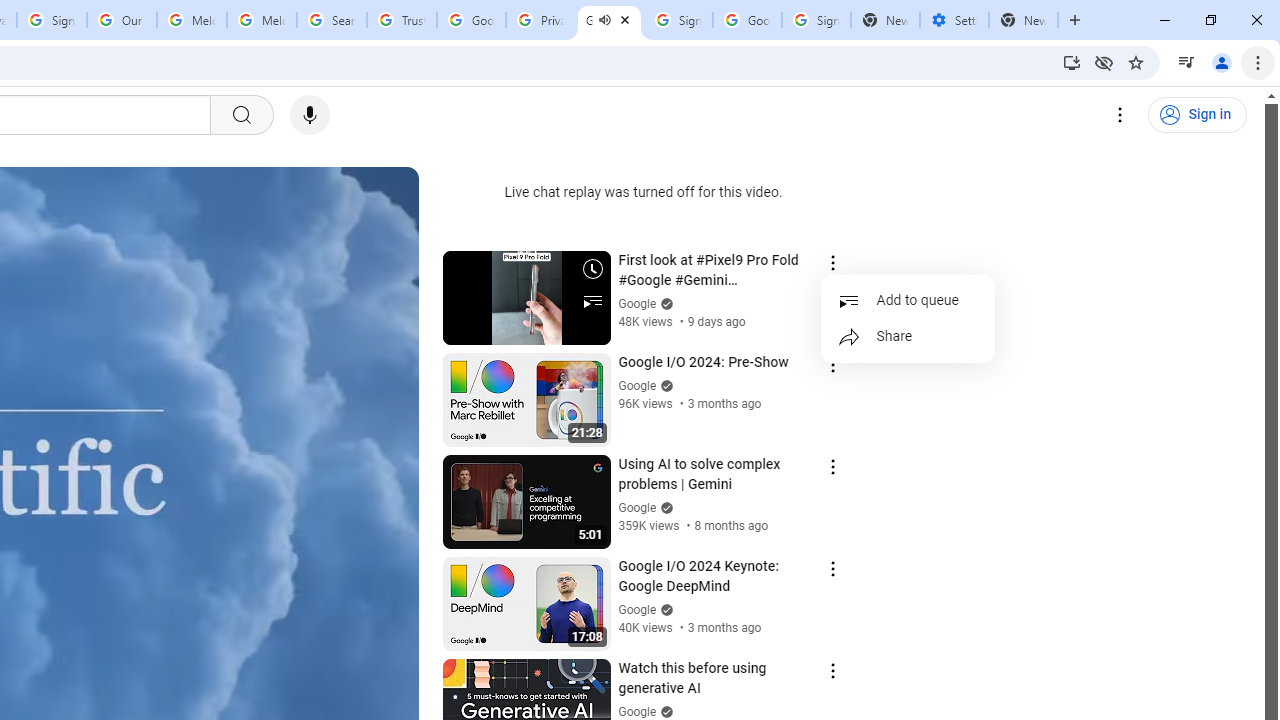 The image size is (1280, 720). What do you see at coordinates (816, 20) in the screenshot?
I see `'Sign in - Google Accounts'` at bounding box center [816, 20].